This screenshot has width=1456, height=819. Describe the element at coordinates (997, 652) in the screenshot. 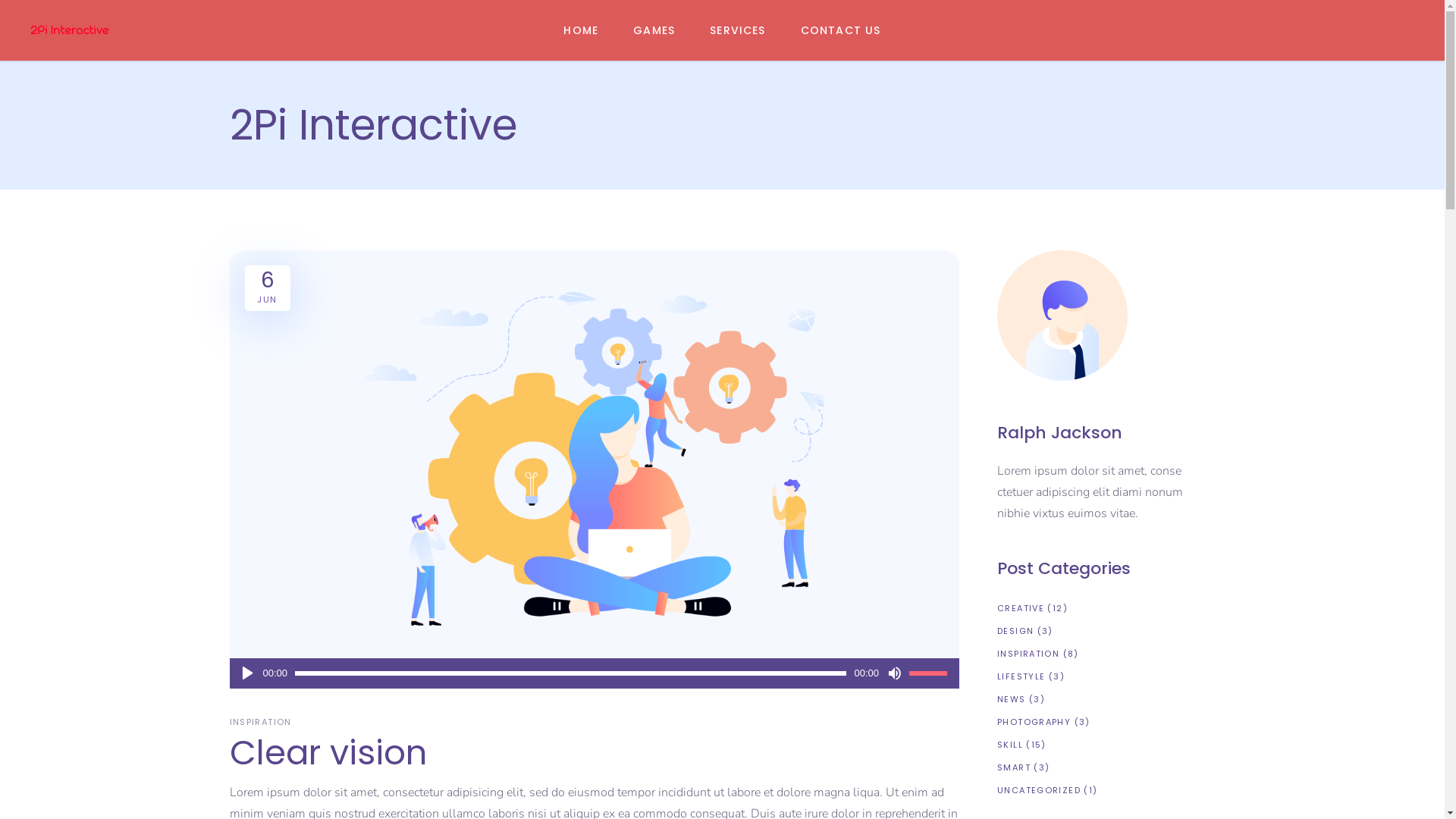

I see `'INSPIRATION'` at that location.